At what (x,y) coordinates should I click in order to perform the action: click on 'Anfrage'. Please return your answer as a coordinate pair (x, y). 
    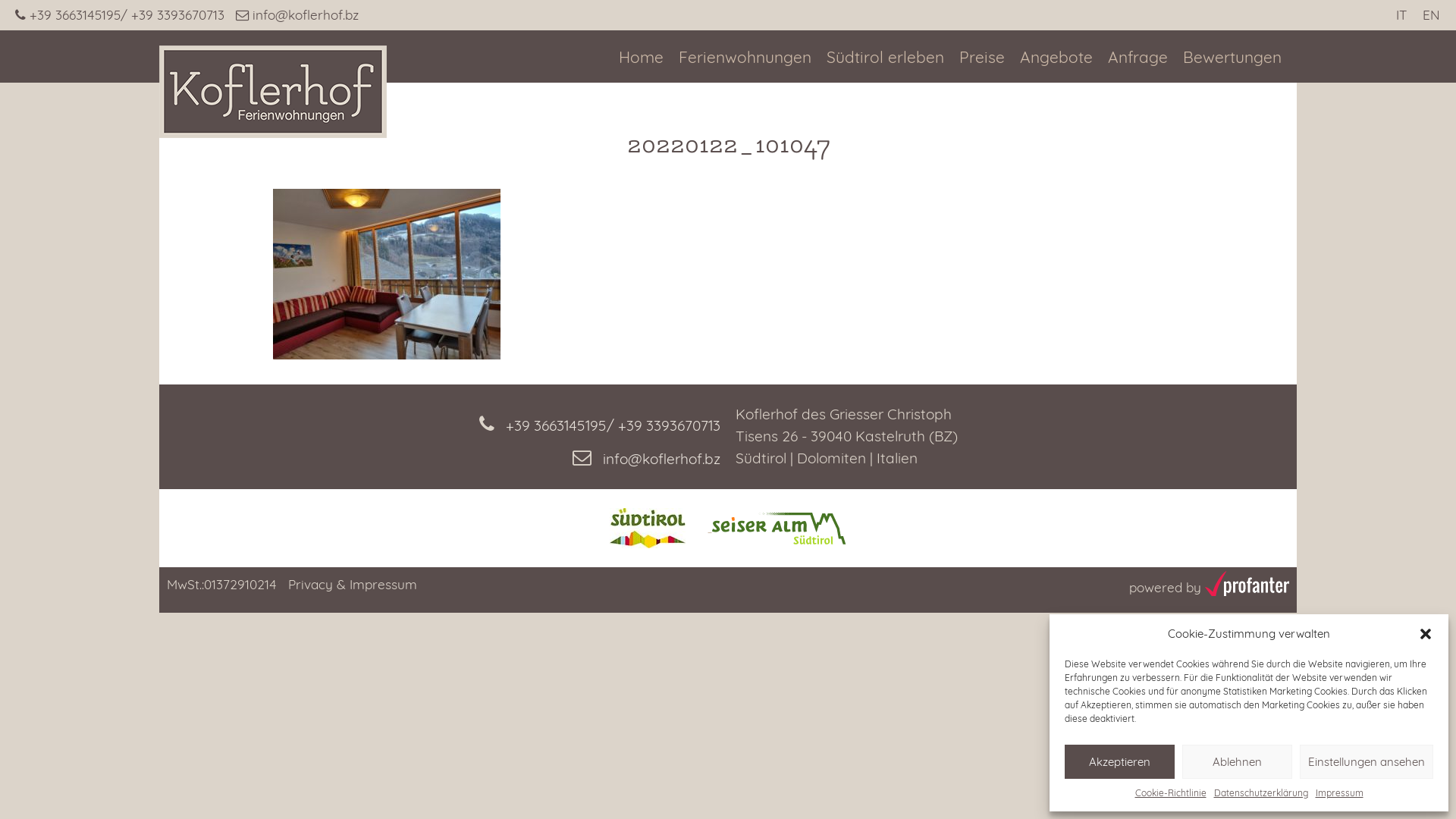
    Looking at the image, I should click on (1107, 57).